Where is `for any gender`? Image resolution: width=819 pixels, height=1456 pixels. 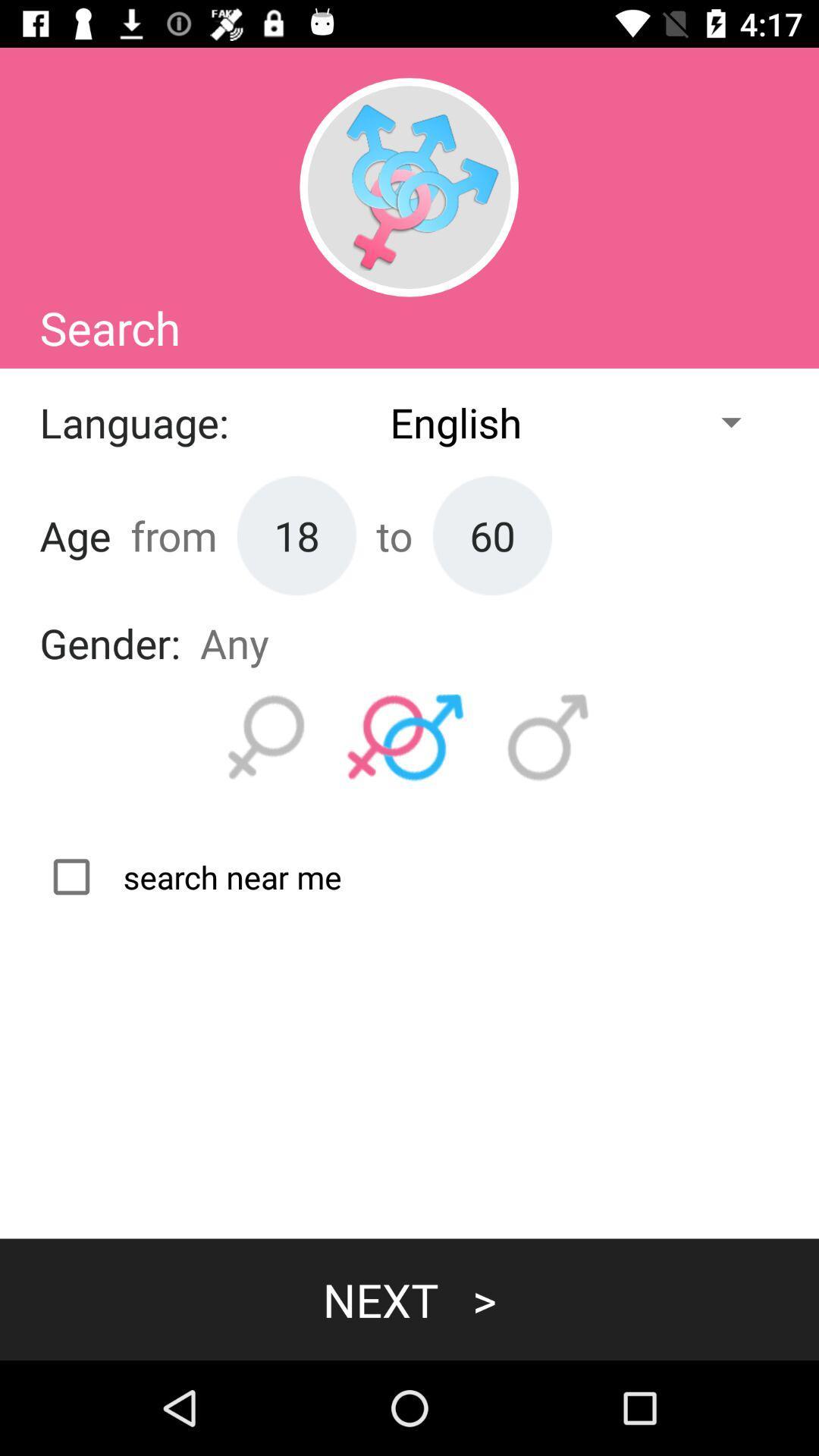
for any gender is located at coordinates (405, 738).